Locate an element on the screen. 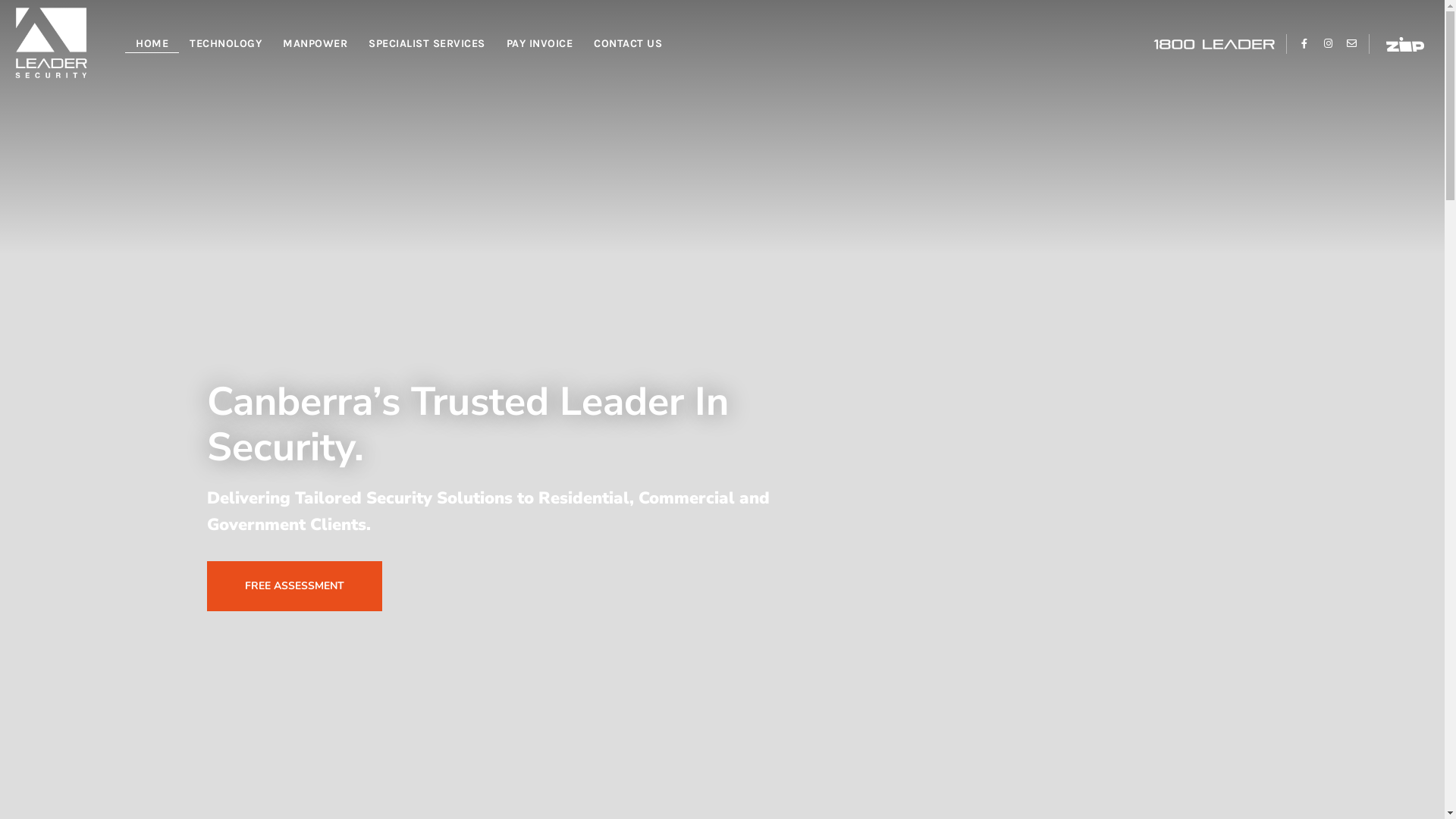  'CONTACT US' is located at coordinates (628, 42).